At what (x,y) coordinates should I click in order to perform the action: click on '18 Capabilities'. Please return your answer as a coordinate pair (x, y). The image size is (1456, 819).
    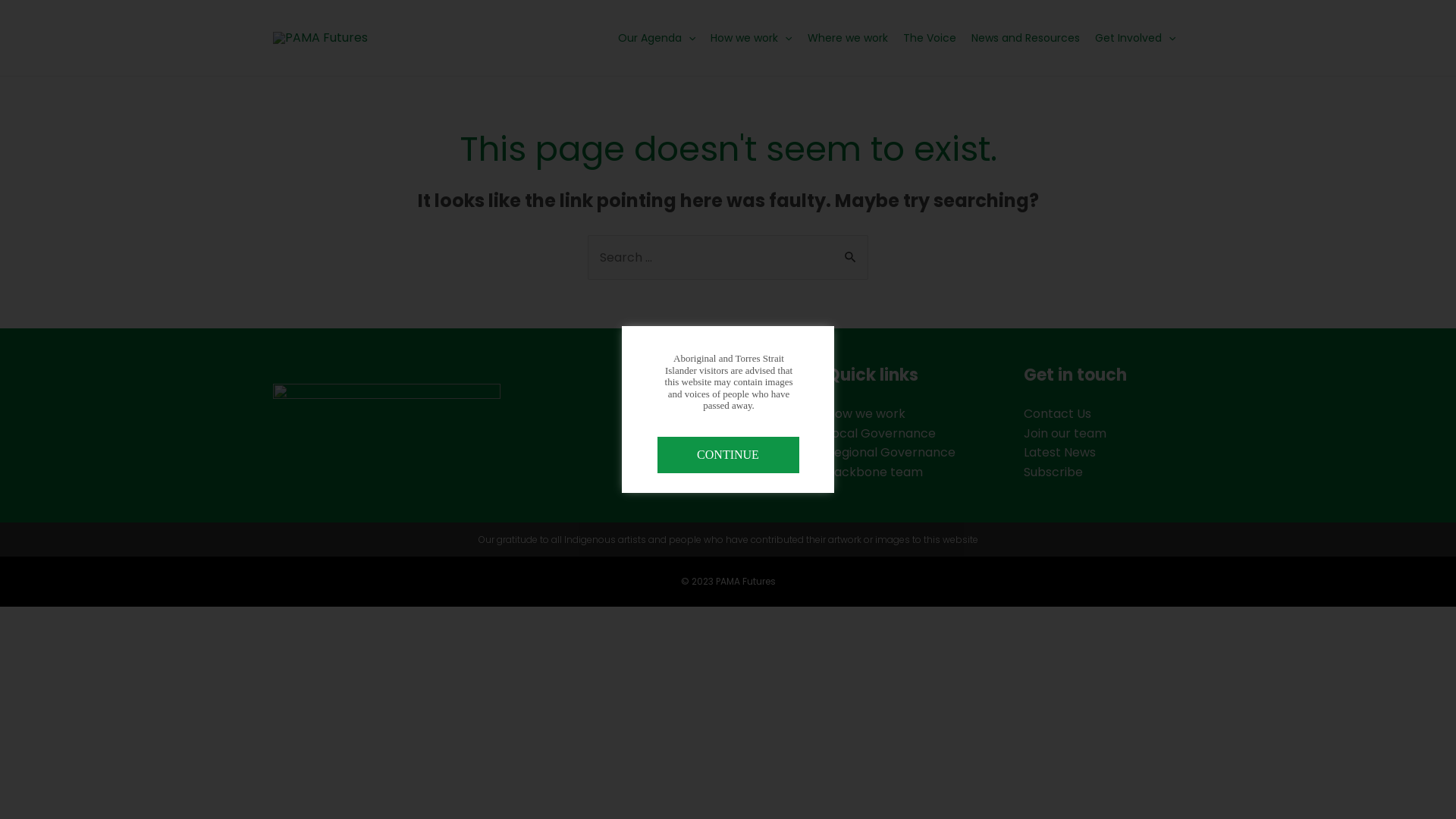
    Looking at the image, I should click on (670, 471).